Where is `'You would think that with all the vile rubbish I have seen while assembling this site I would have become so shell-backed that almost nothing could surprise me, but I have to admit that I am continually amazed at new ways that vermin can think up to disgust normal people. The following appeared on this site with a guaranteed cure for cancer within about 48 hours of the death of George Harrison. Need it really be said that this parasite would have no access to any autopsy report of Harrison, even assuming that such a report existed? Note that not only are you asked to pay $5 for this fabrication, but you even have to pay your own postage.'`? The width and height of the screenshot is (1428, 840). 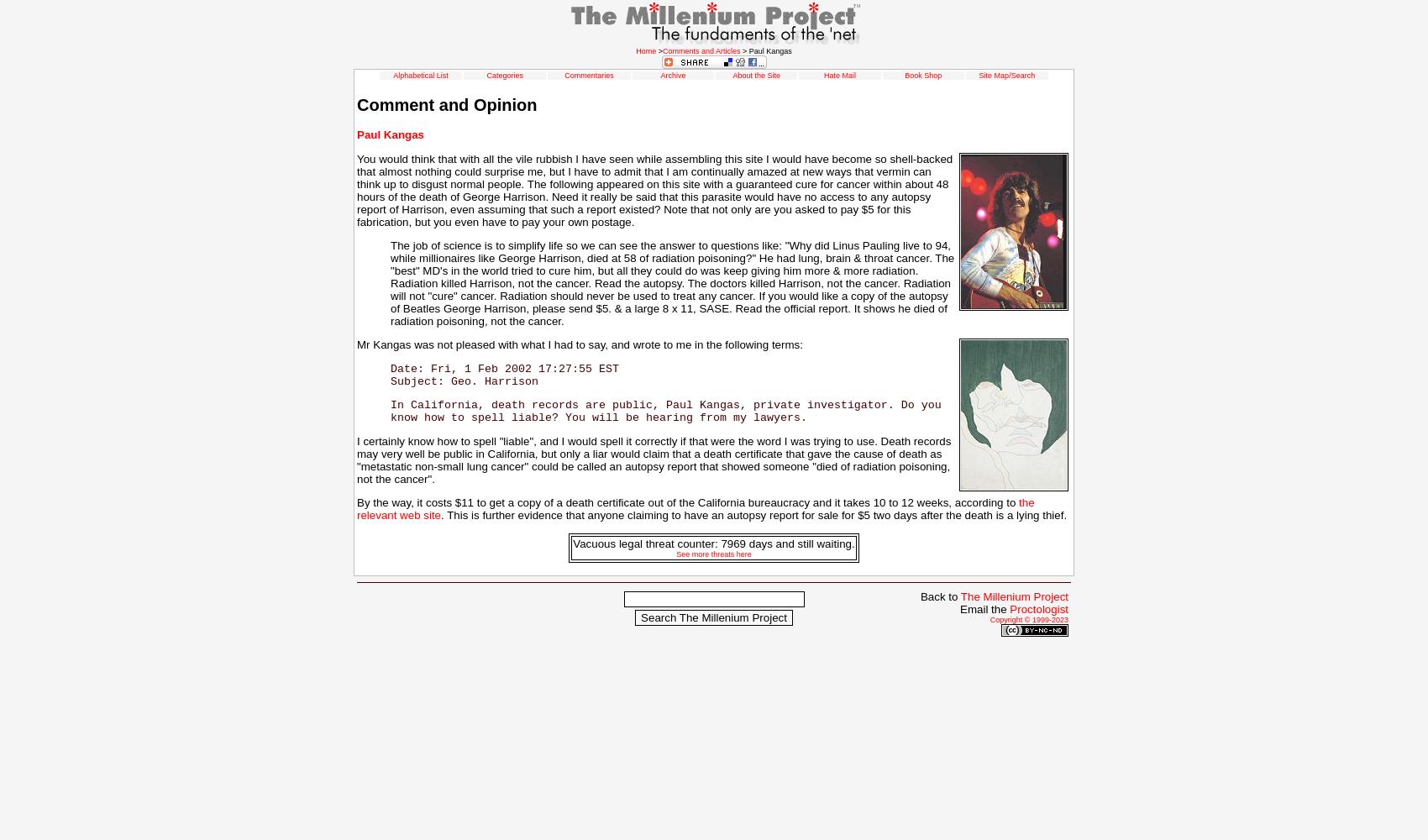
'You would think that with all the vile rubbish I have seen while assembling this site I would have become so shell-backed that almost nothing could surprise me, but I have to admit that I am continually amazed at new ways that vermin can think up to disgust normal people. The following appeared on this site with a guaranteed cure for cancer within about 48 hours of the death of George Harrison. Need it really be said that this parasite would have no access to any autopsy report of Harrison, even assuming that such a report existed? Note that not only are you asked to pay $5 for this fabrication, but you even have to pay your own postage.' is located at coordinates (654, 189).